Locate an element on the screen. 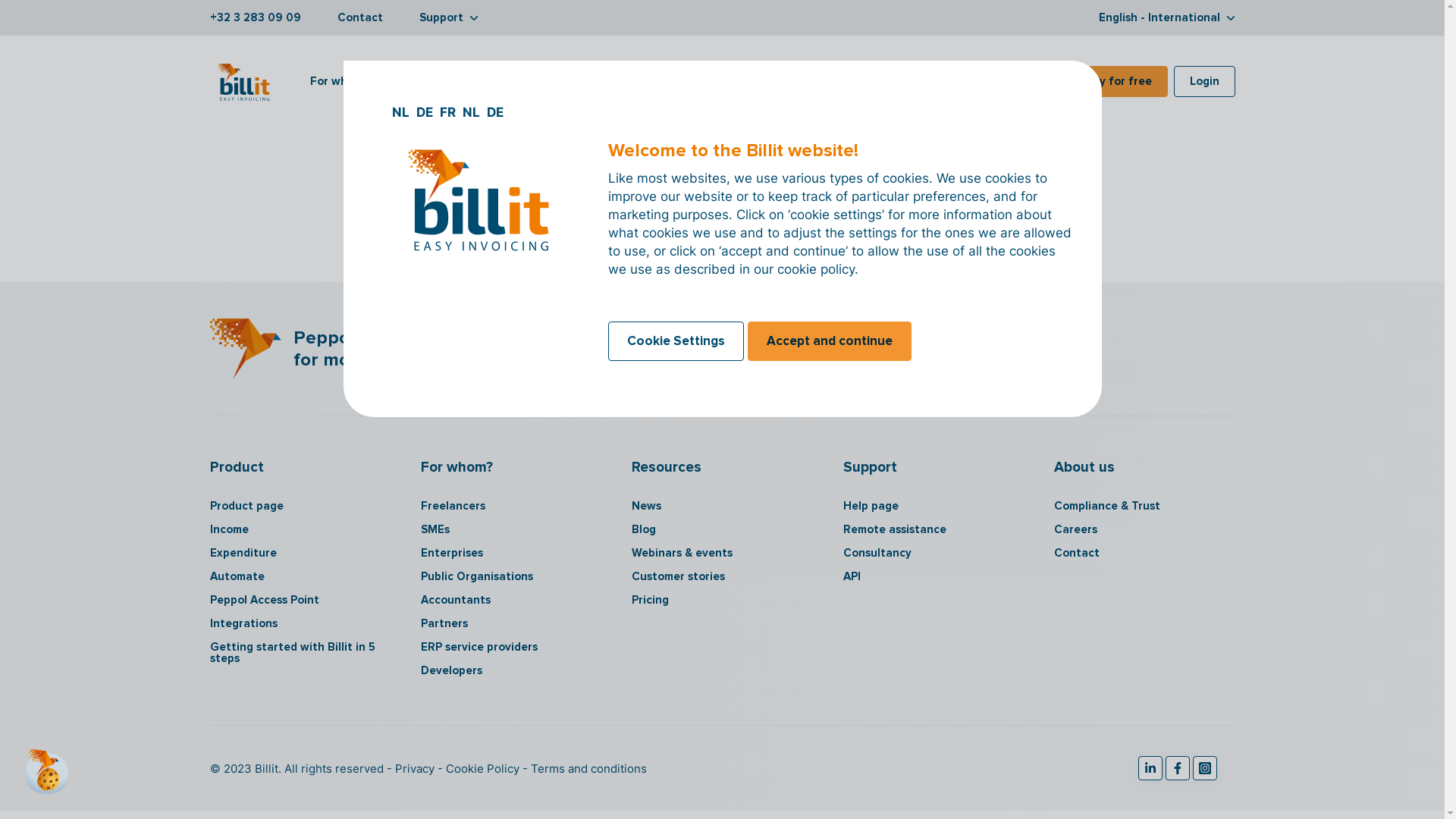 The image size is (1456, 819). 'DE' is located at coordinates (487, 111).